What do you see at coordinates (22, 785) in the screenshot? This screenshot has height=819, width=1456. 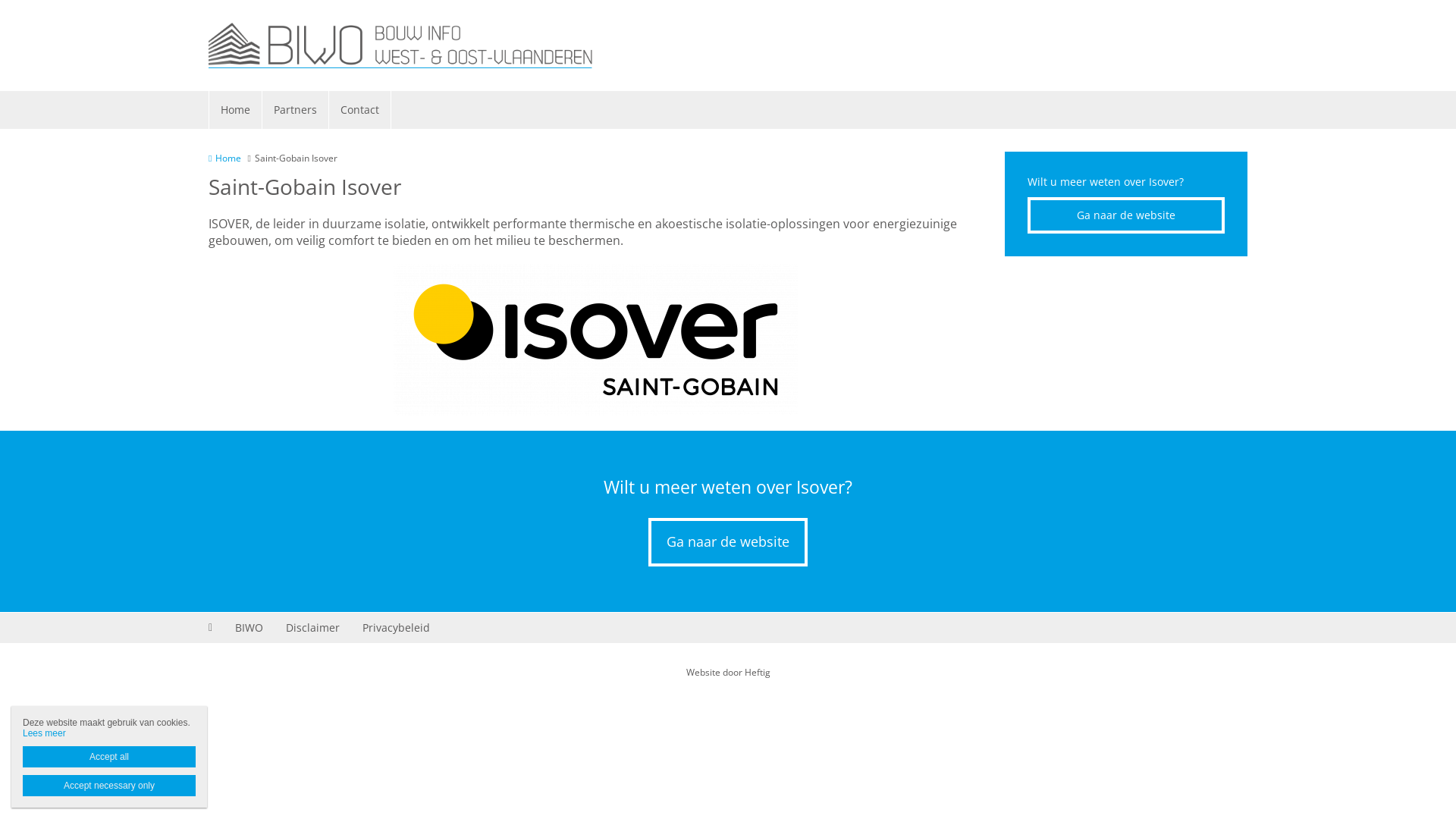 I see `'Accept necessary only'` at bounding box center [22, 785].